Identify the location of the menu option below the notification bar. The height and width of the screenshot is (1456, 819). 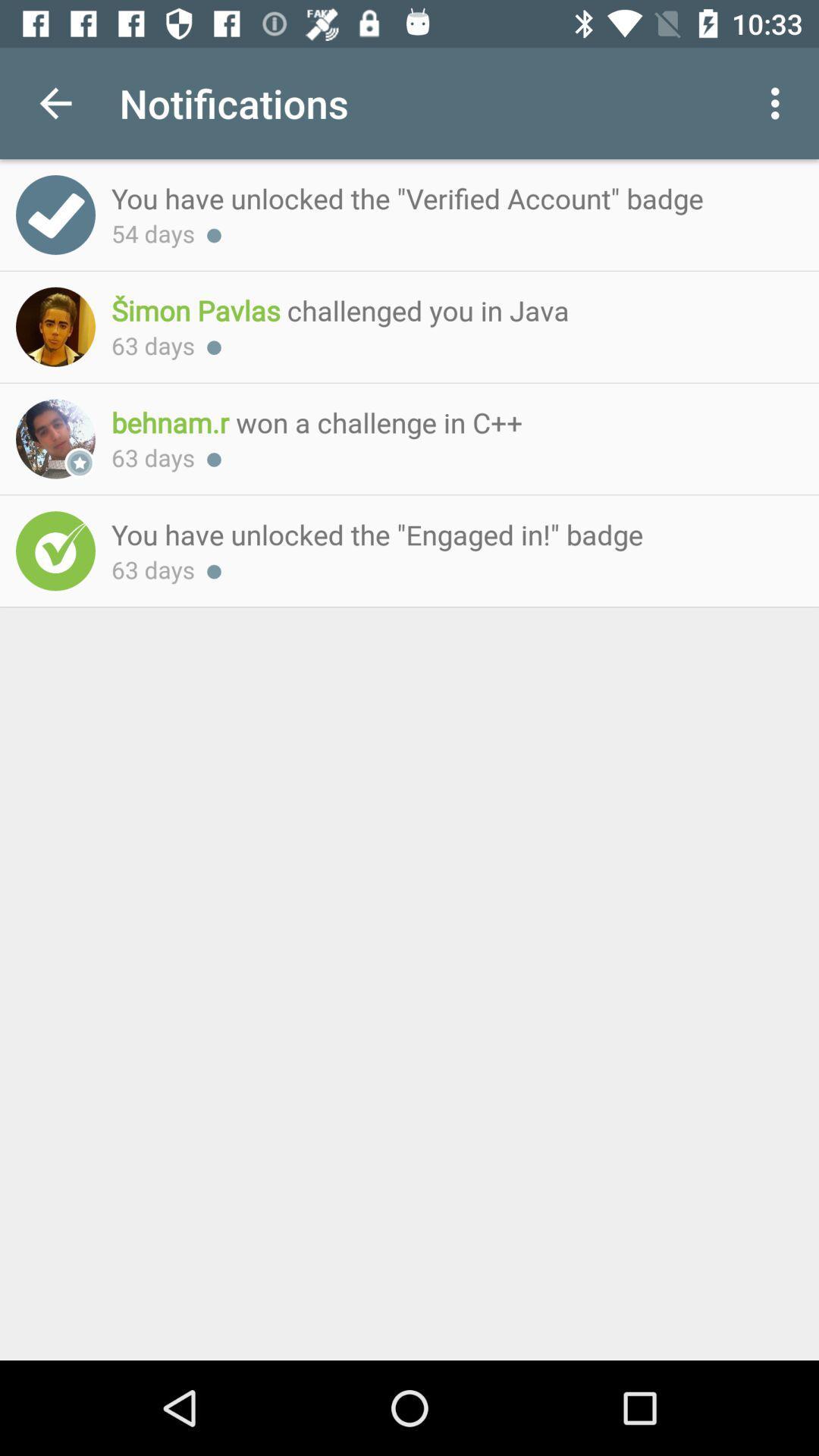
(779, 103).